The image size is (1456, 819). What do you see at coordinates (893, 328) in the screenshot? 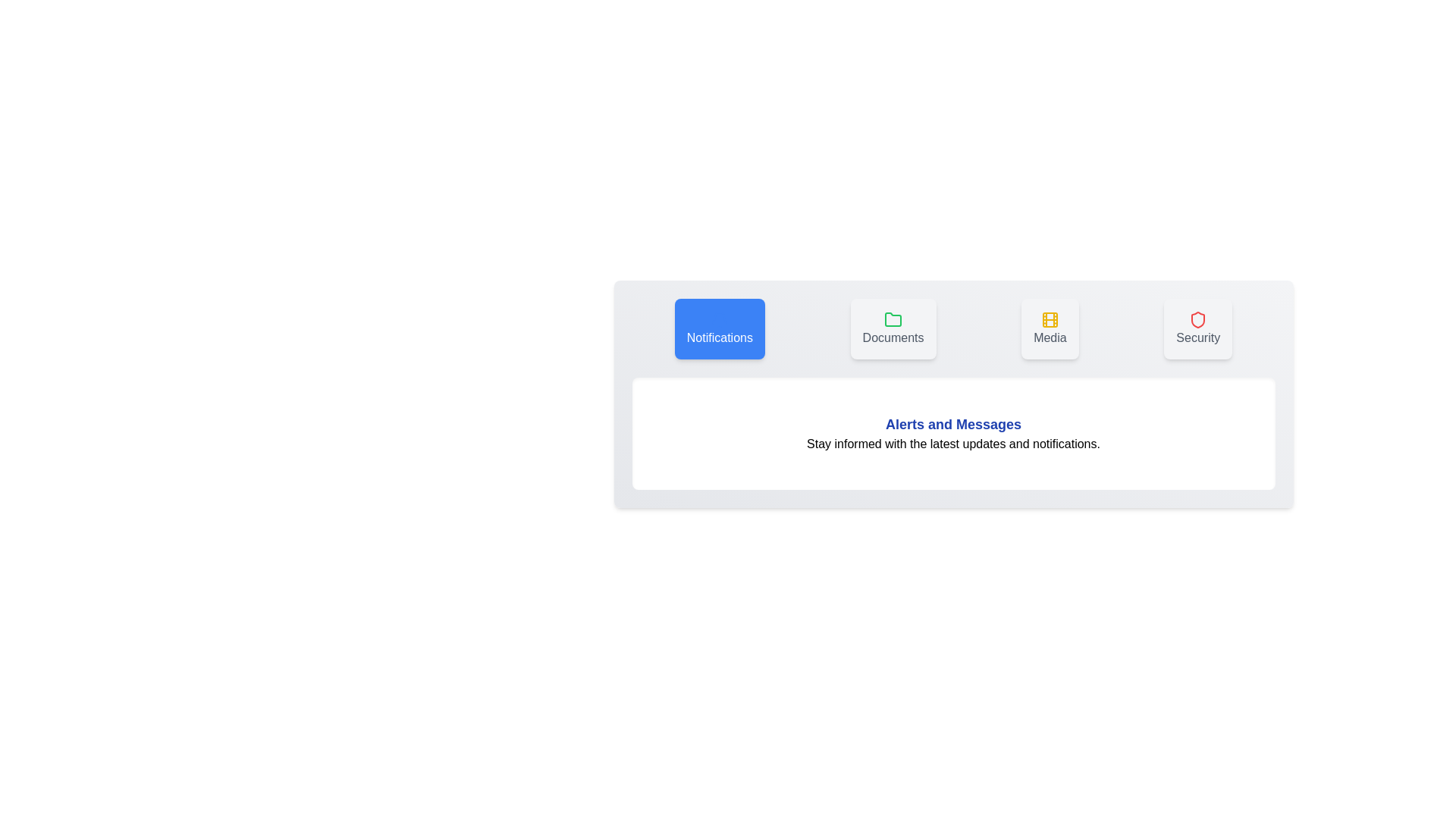
I see `the tab corresponding to Documents to inspect its icon` at bounding box center [893, 328].